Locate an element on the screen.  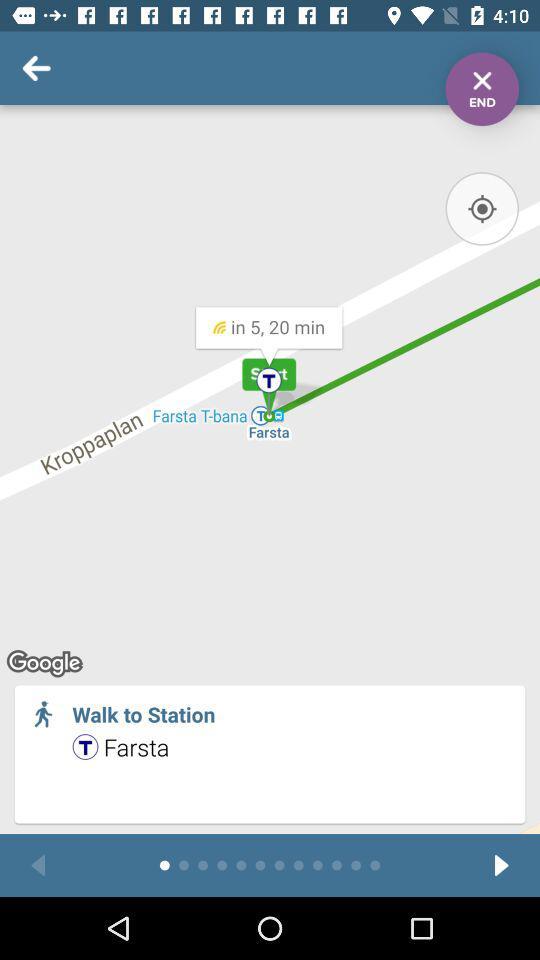
page is located at coordinates (481, 89).